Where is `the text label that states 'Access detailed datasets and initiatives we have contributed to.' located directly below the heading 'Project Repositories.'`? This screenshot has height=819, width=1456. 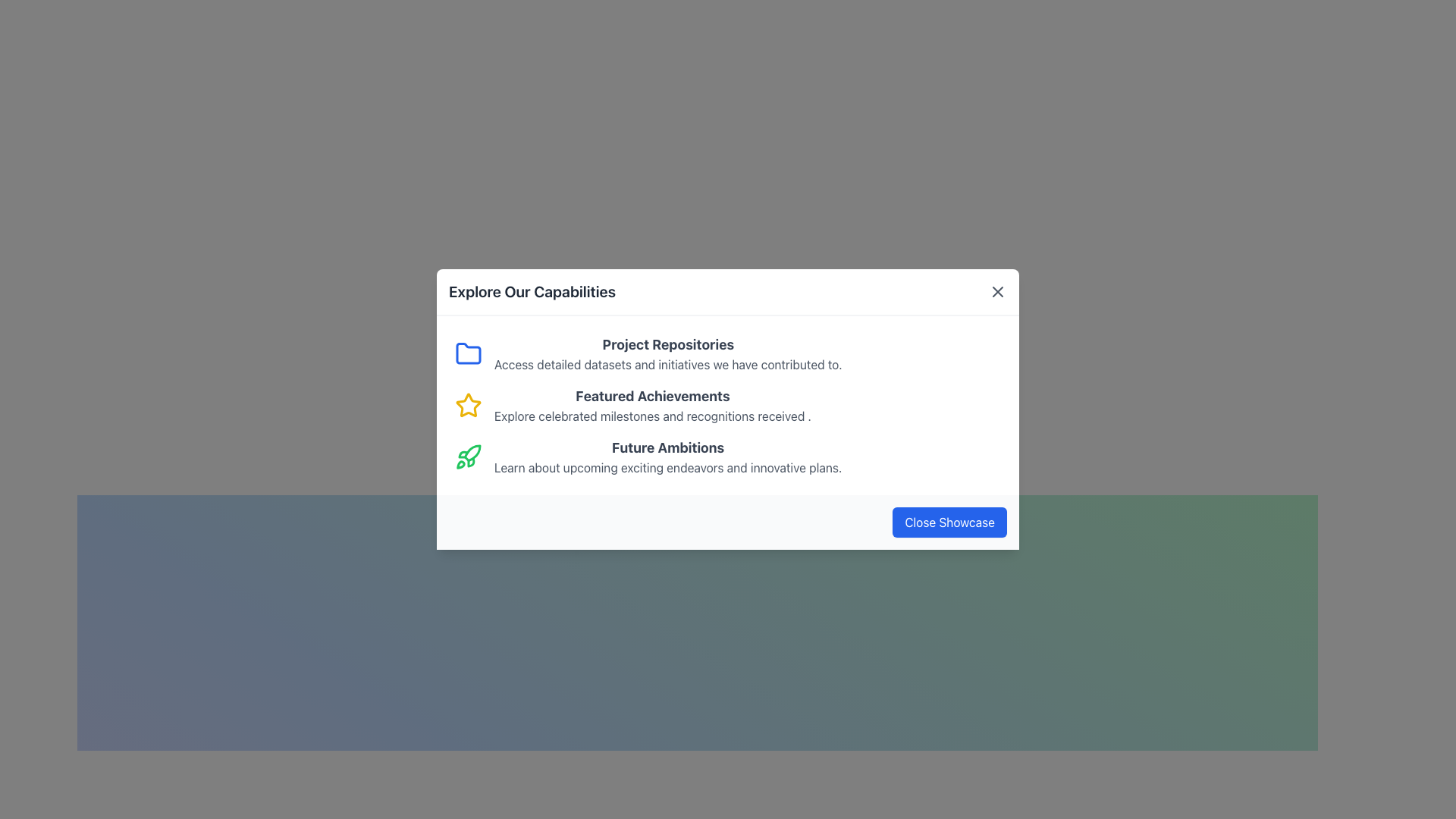
the text label that states 'Access detailed datasets and initiatives we have contributed to.' located directly below the heading 'Project Repositories.' is located at coordinates (667, 365).